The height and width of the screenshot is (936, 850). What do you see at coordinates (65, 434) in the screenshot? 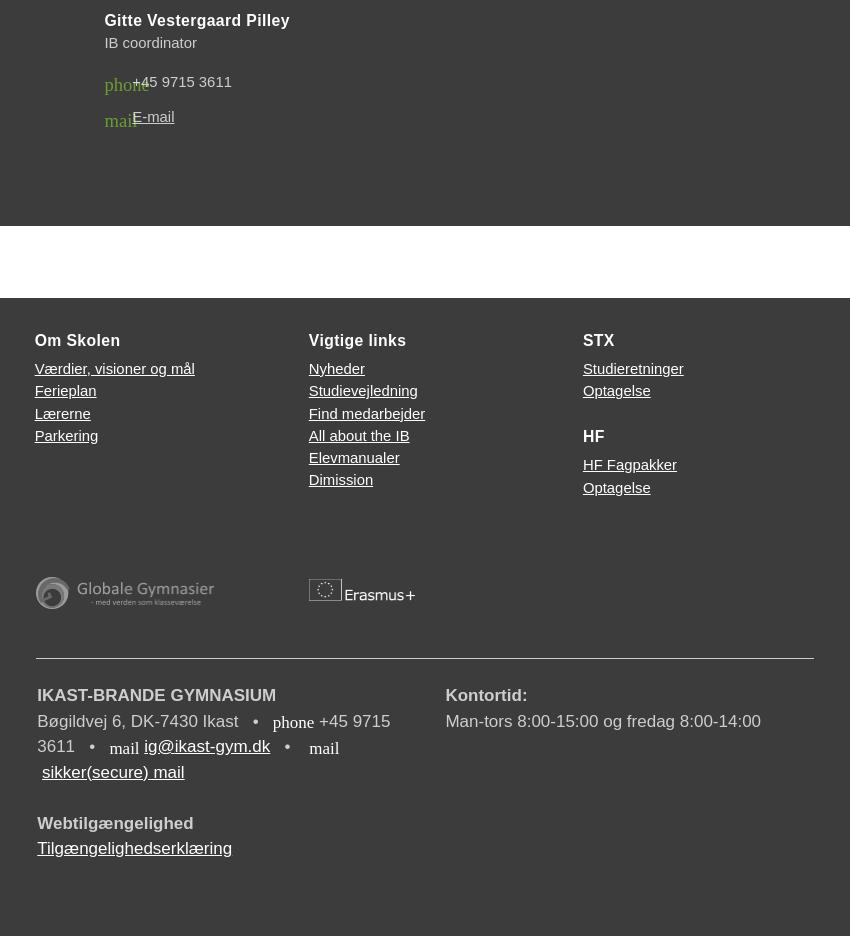
I see `'Parkering'` at bounding box center [65, 434].